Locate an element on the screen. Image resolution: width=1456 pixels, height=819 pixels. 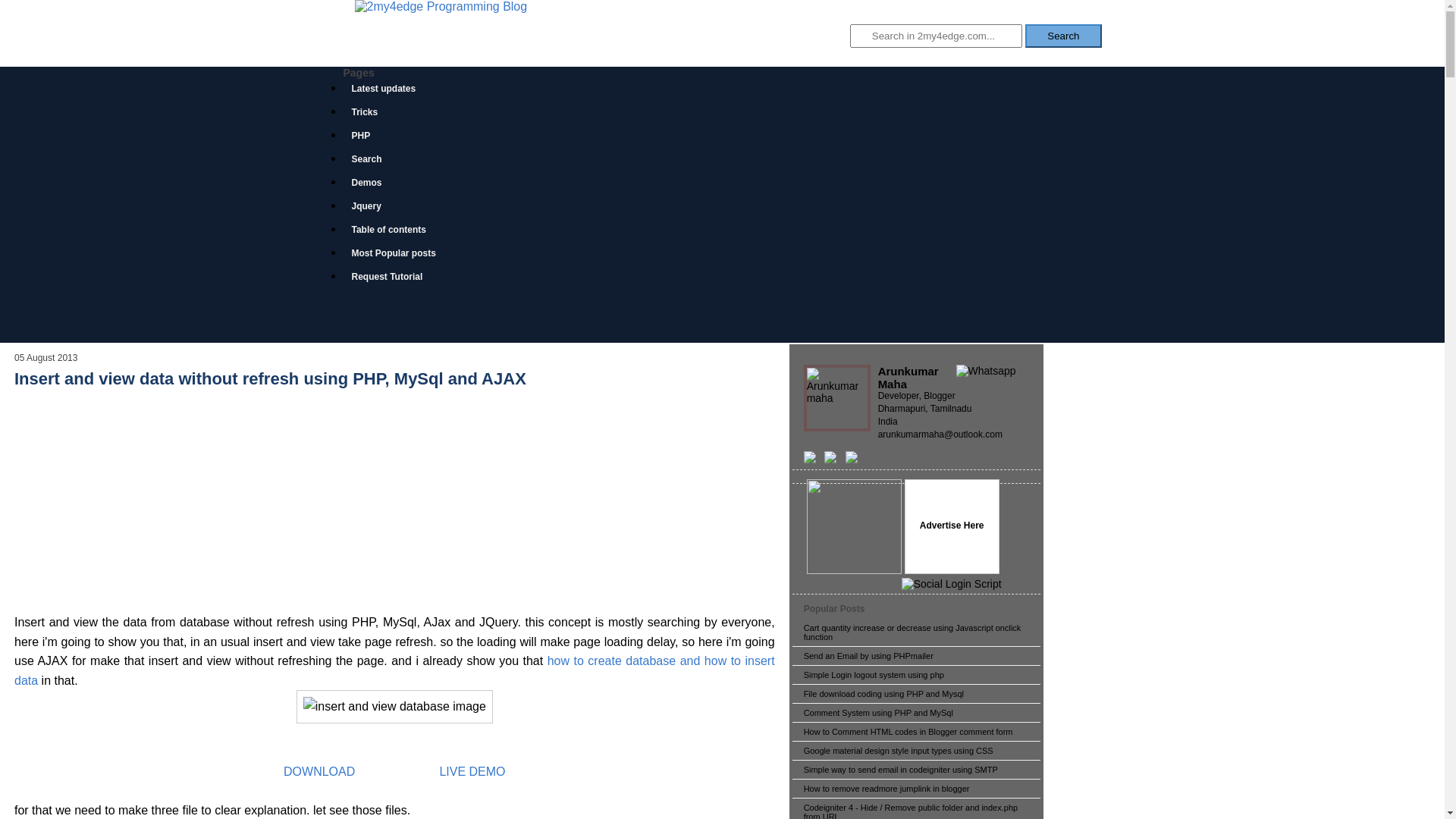
'LIVE DEMO' is located at coordinates (469, 771).